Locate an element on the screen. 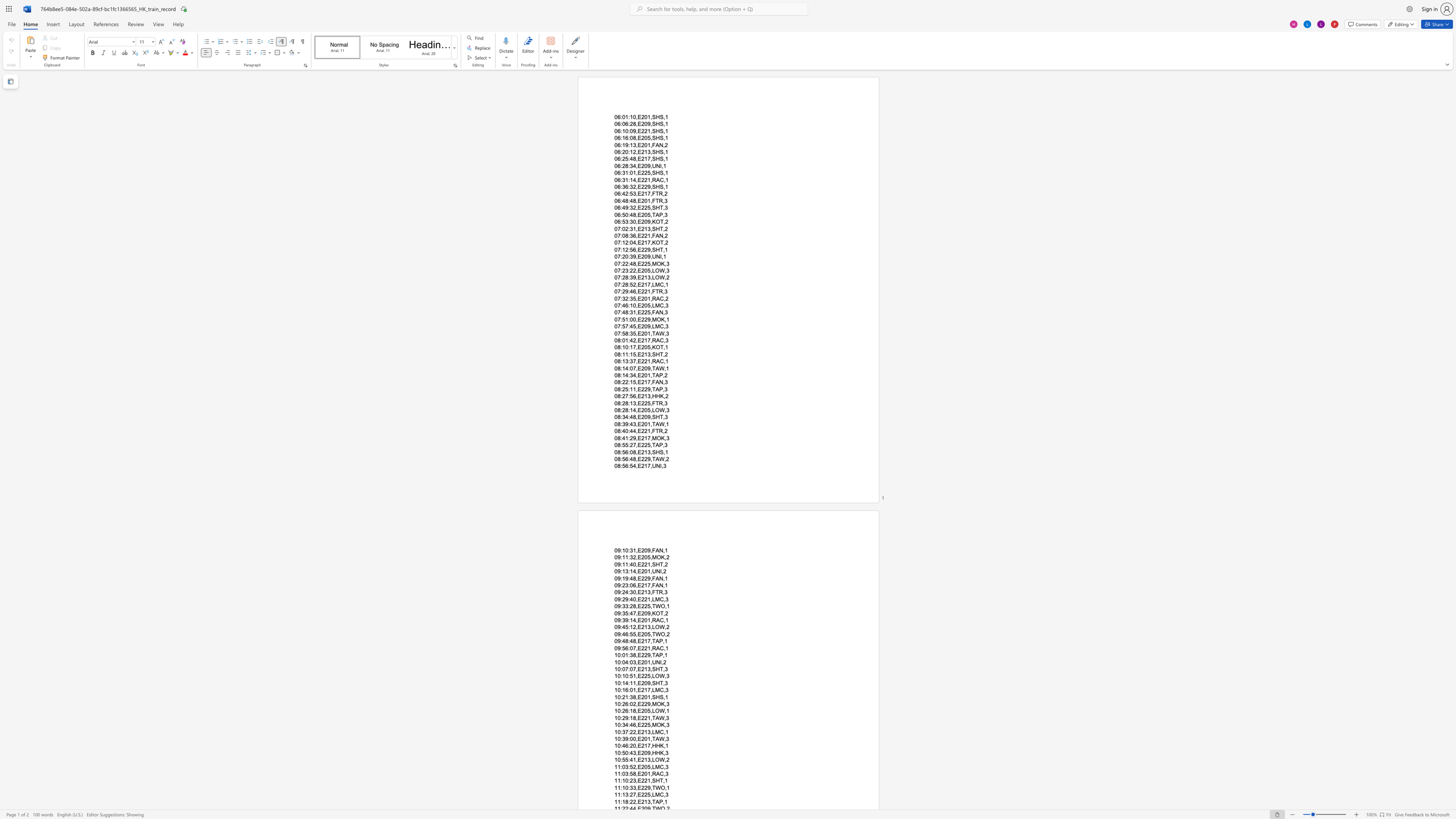 The height and width of the screenshot is (819, 1456). the subset text ",1" within the text "09:10:31,E209,FAN,1" is located at coordinates (662, 549).